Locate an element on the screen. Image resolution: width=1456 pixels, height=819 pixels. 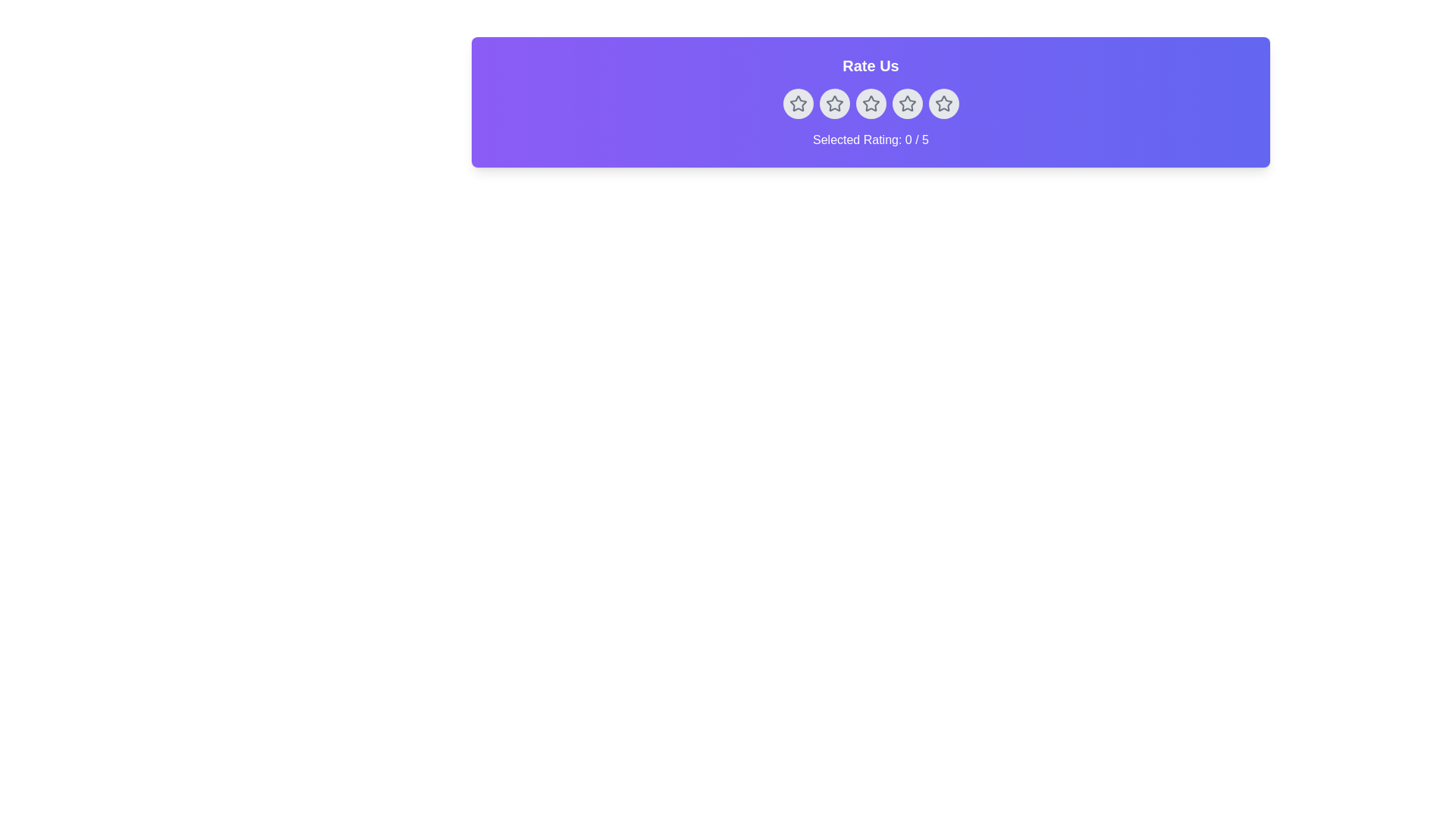
the rating to 5 stars by clicking on the corresponding star is located at coordinates (943, 103).